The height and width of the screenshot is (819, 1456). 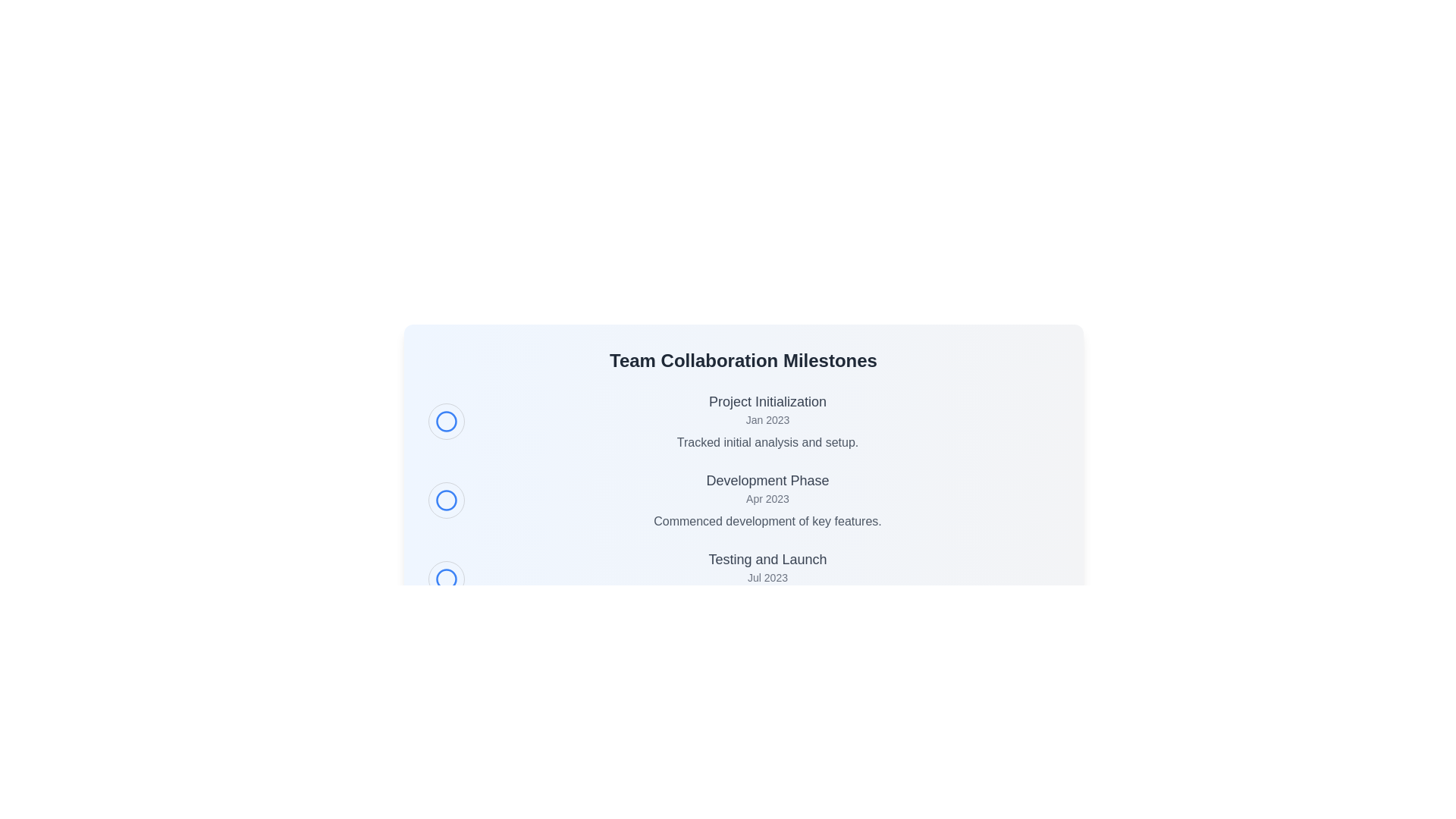 I want to click on the date indicator text label that represents the time associated with the 'Project Initialization' milestone, so click(x=767, y=420).